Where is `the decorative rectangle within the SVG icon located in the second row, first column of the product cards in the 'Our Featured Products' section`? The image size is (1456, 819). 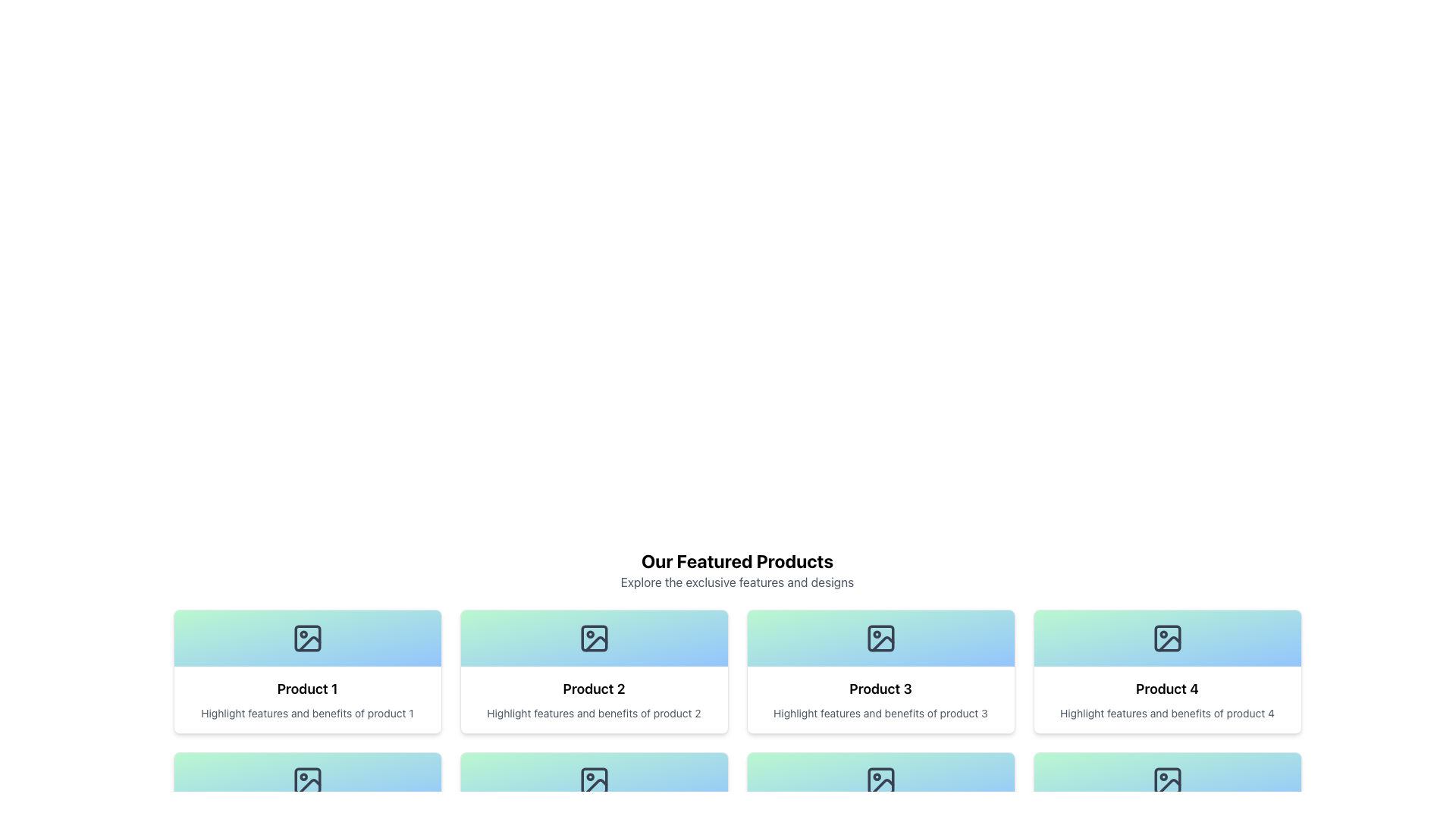 the decorative rectangle within the SVG icon located in the second row, first column of the product cards in the 'Our Featured Products' section is located at coordinates (593, 780).